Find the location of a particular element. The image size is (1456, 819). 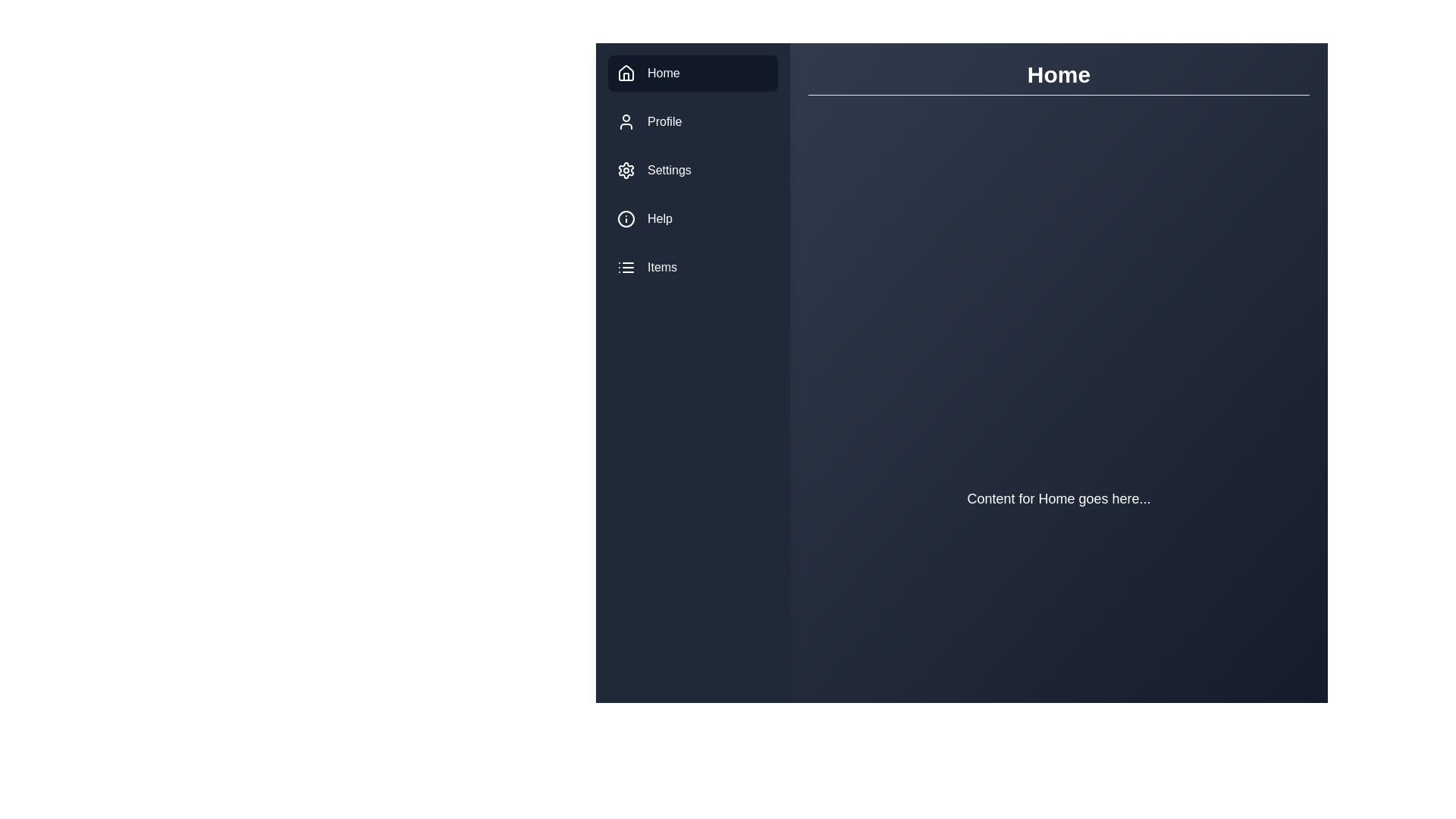

the menu item Items to navigate to its section is located at coordinates (692, 267).